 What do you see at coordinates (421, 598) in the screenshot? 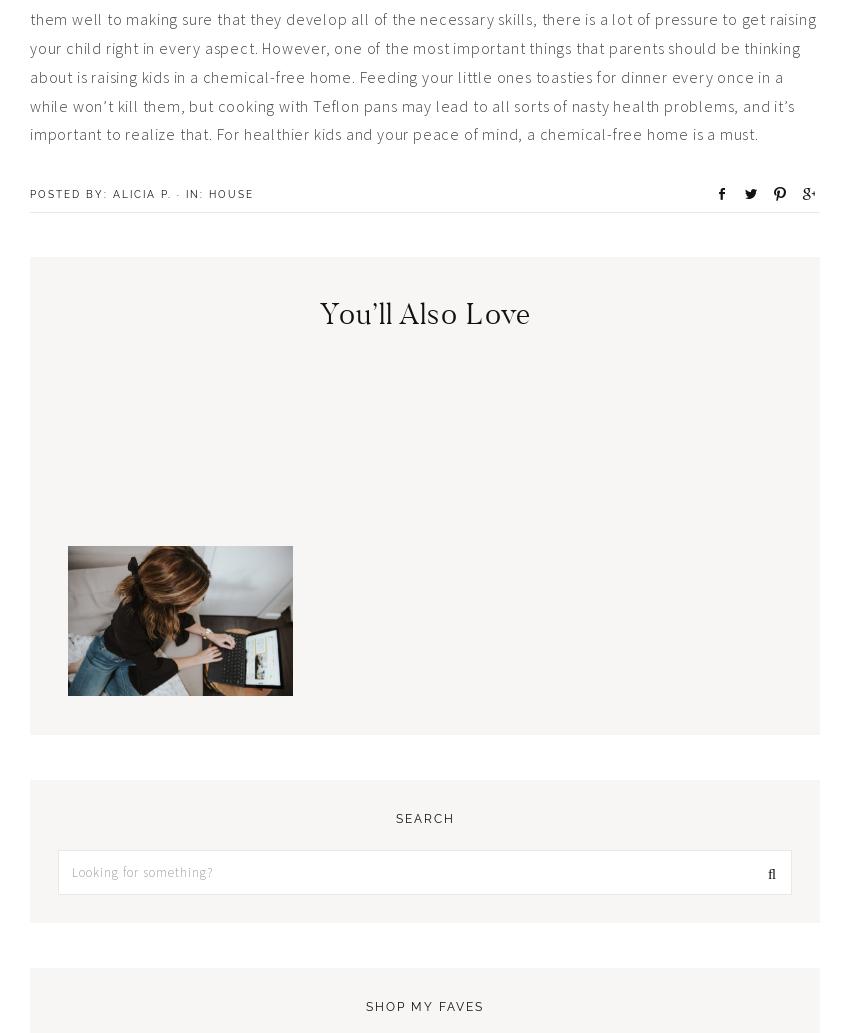
I see `'The Role of Customized Men’s T-Shirts in Modern Society'` at bounding box center [421, 598].